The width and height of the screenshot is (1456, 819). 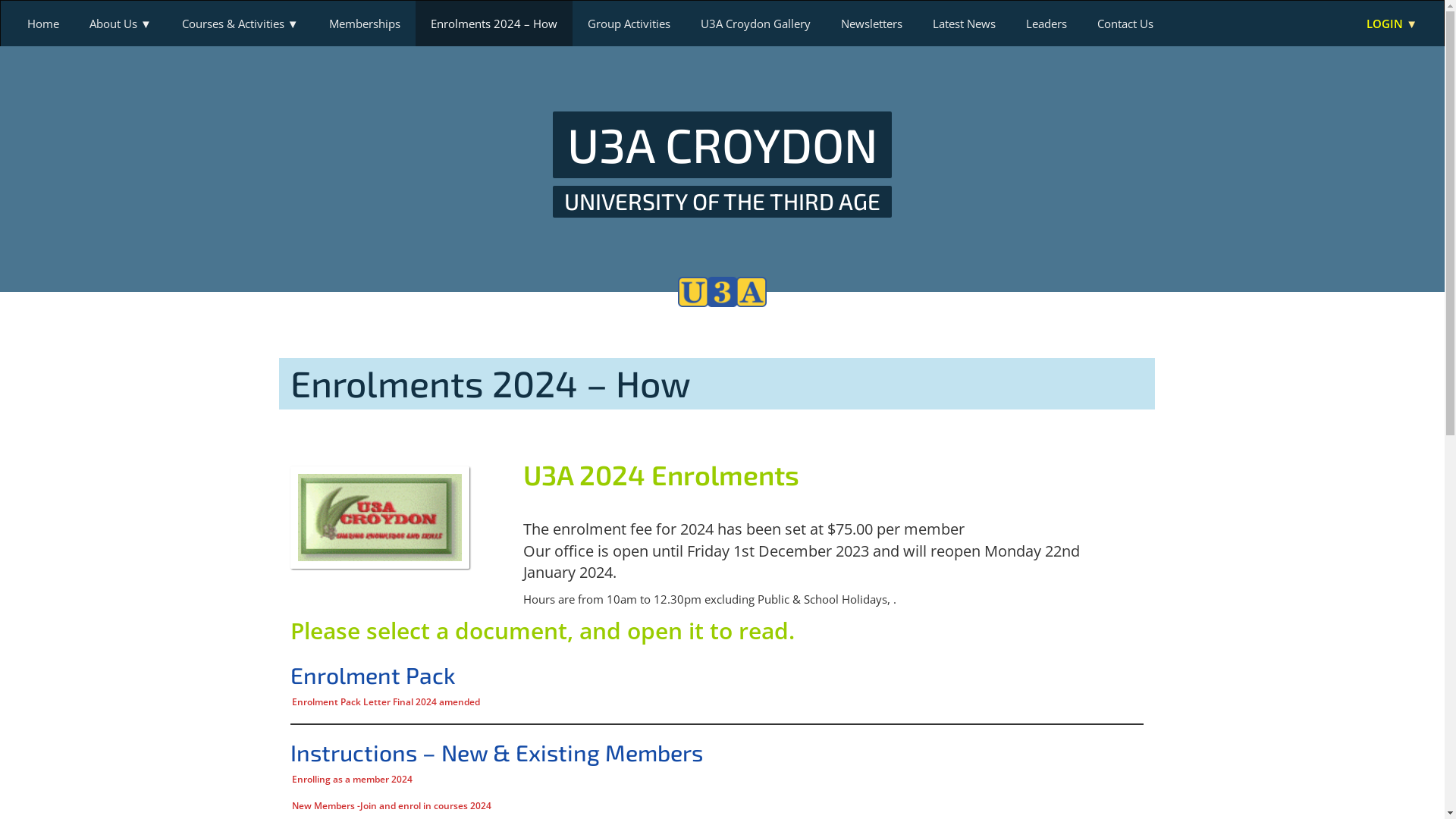 What do you see at coordinates (1046, 23) in the screenshot?
I see `'Leaders'` at bounding box center [1046, 23].